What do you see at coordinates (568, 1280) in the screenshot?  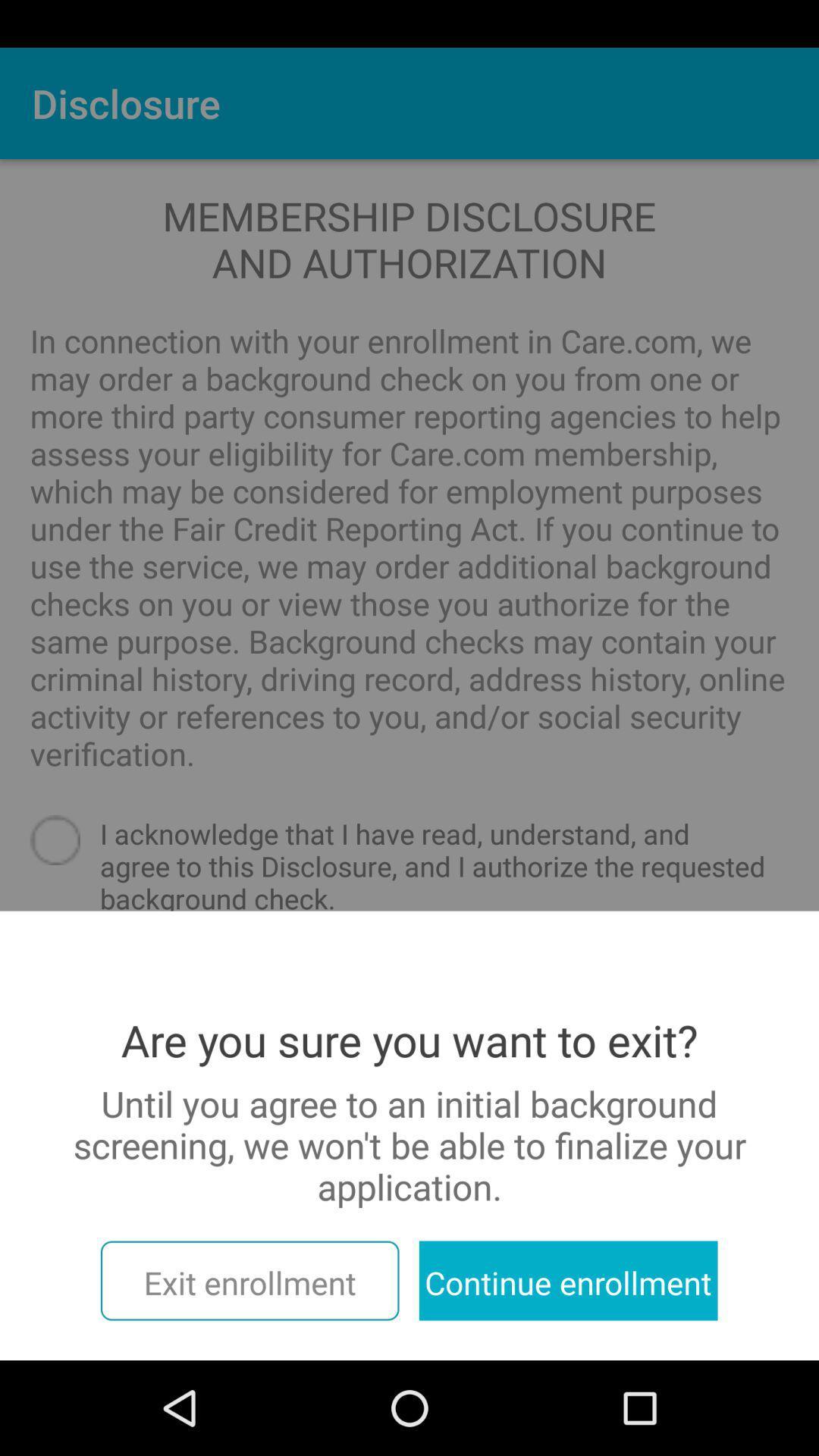 I see `the item below until you agree` at bounding box center [568, 1280].